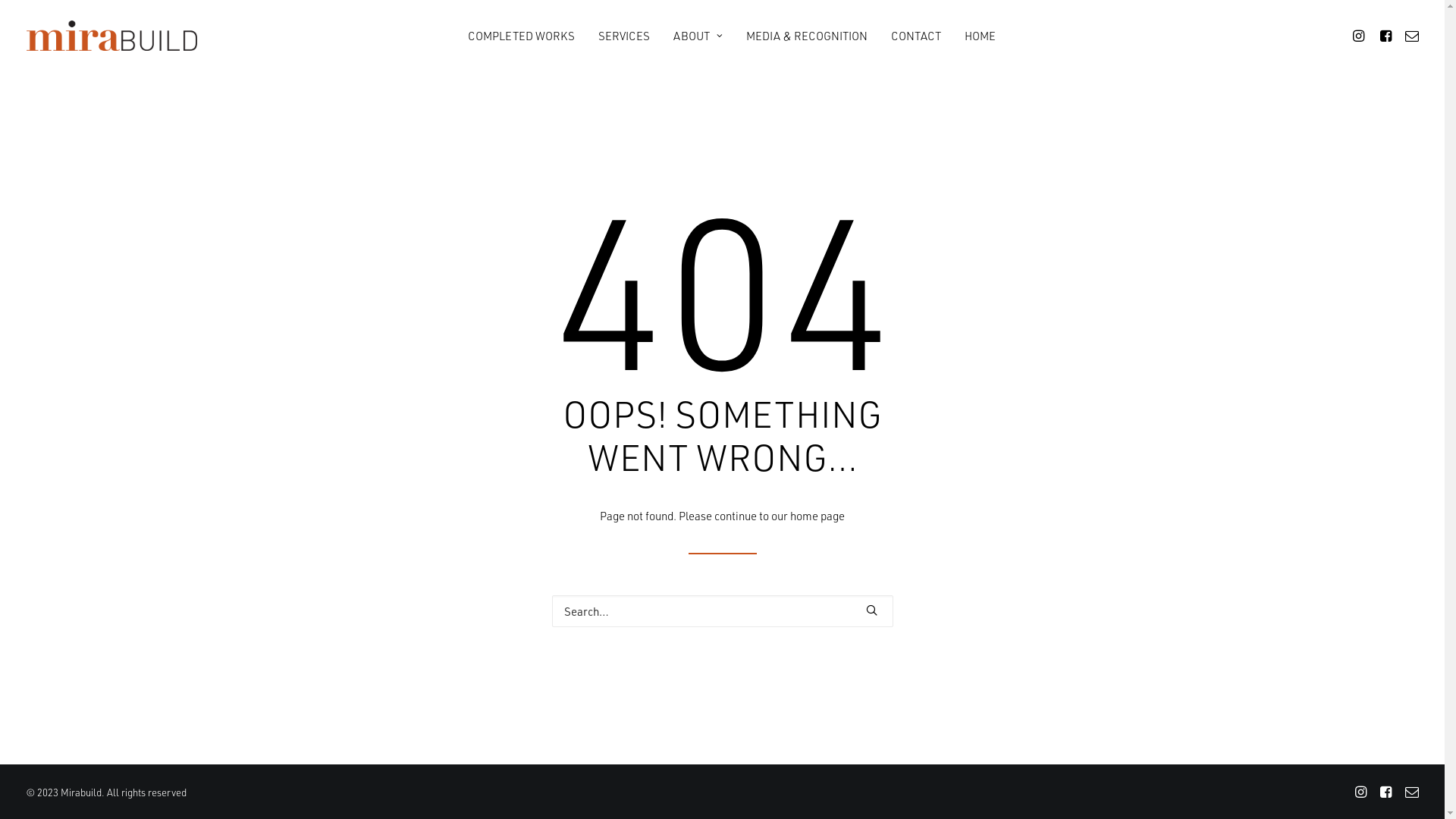 The height and width of the screenshot is (819, 1456). Describe the element at coordinates (722, 610) in the screenshot. I see `'Search for:'` at that location.